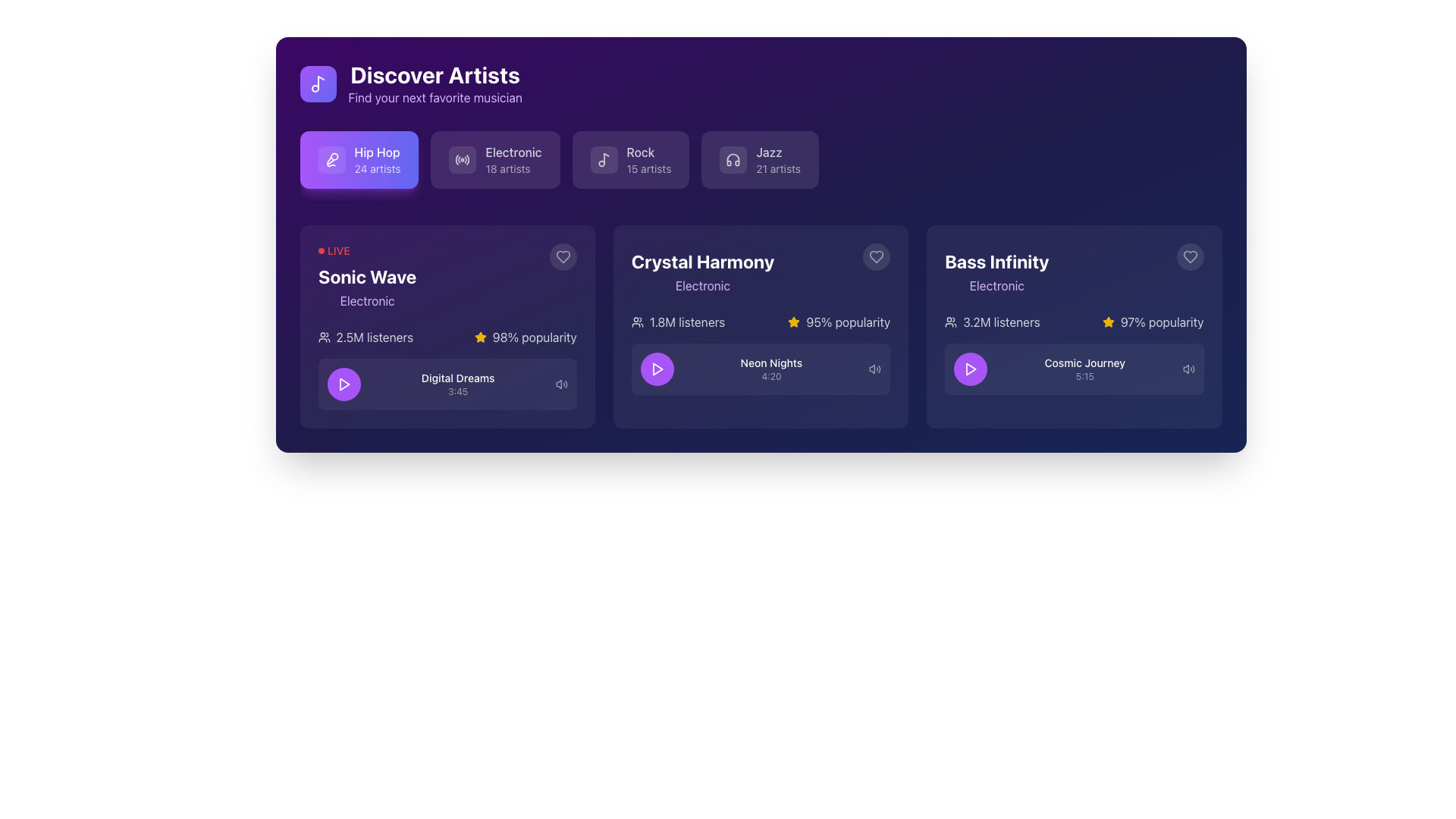 The image size is (1456, 819). What do you see at coordinates (657, 369) in the screenshot?
I see `the play icon located within the circular play button in the card titled 'Crystal Harmony' in the middle section of the interface` at bounding box center [657, 369].